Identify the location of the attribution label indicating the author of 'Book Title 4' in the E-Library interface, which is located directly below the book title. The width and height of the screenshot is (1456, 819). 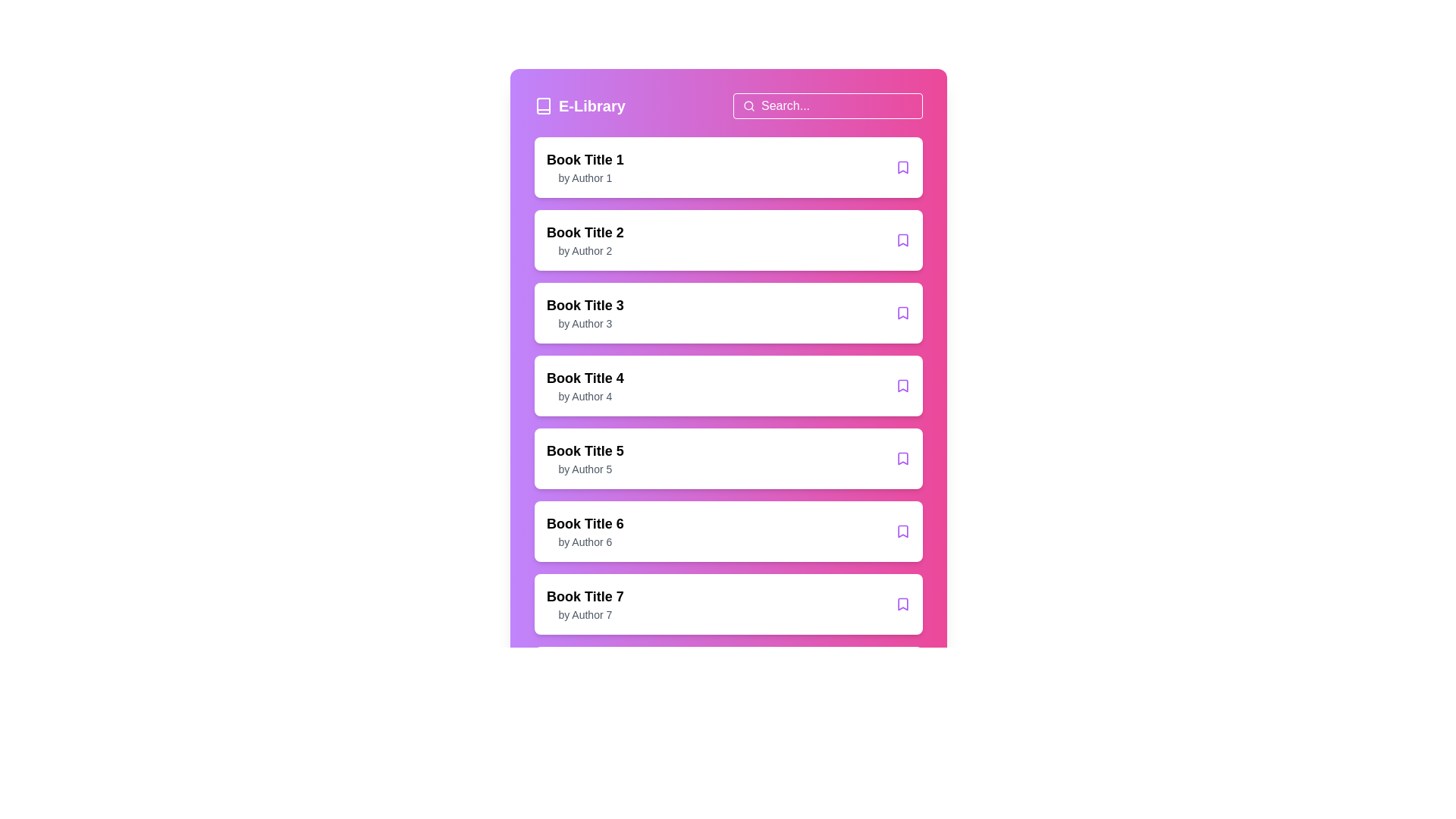
(584, 396).